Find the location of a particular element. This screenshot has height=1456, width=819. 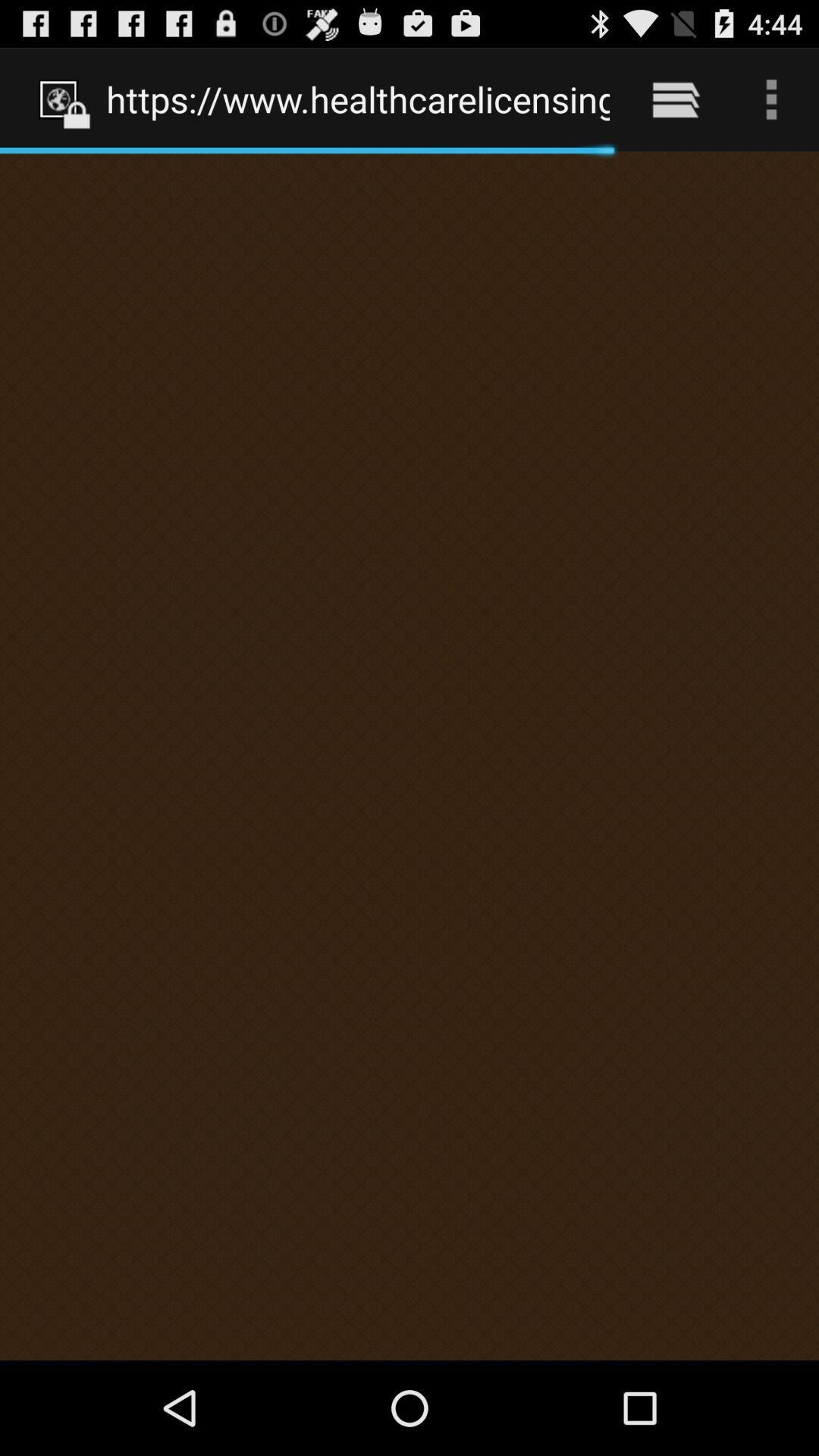

https www healthcarelicensing item is located at coordinates (358, 99).